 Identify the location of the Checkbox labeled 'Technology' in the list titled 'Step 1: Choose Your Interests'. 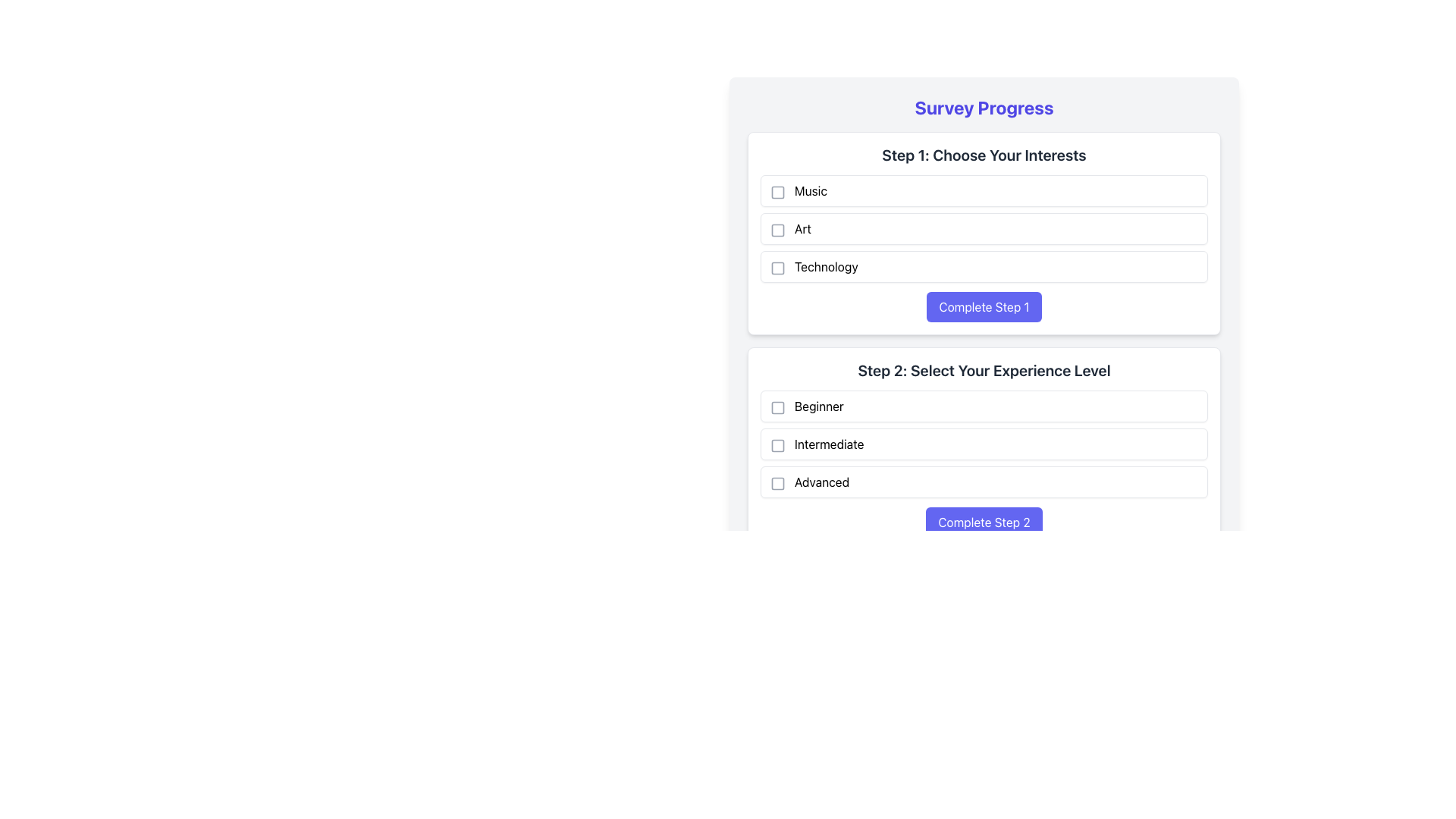
(984, 265).